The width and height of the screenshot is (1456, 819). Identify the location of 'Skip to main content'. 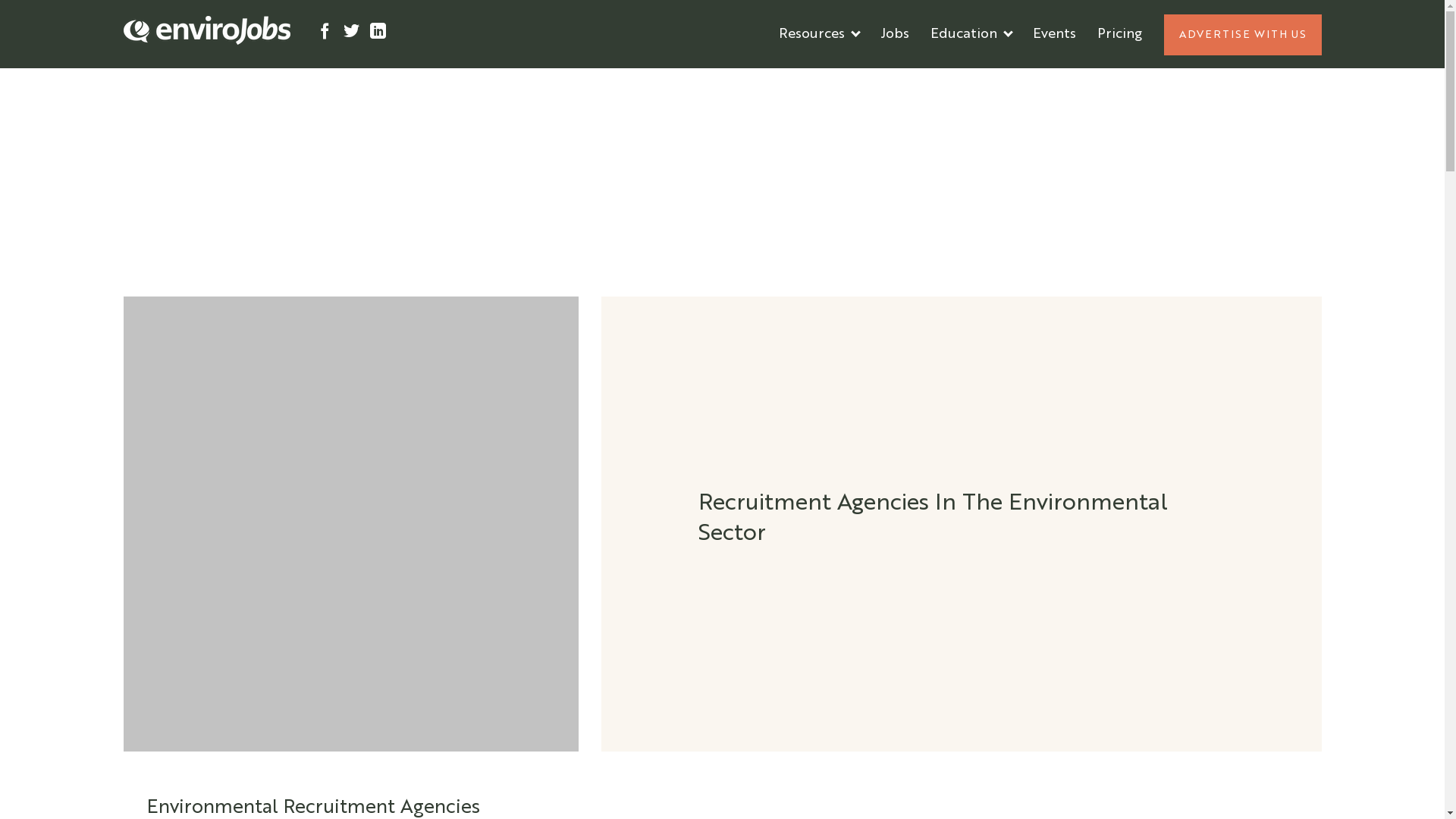
(0, 0).